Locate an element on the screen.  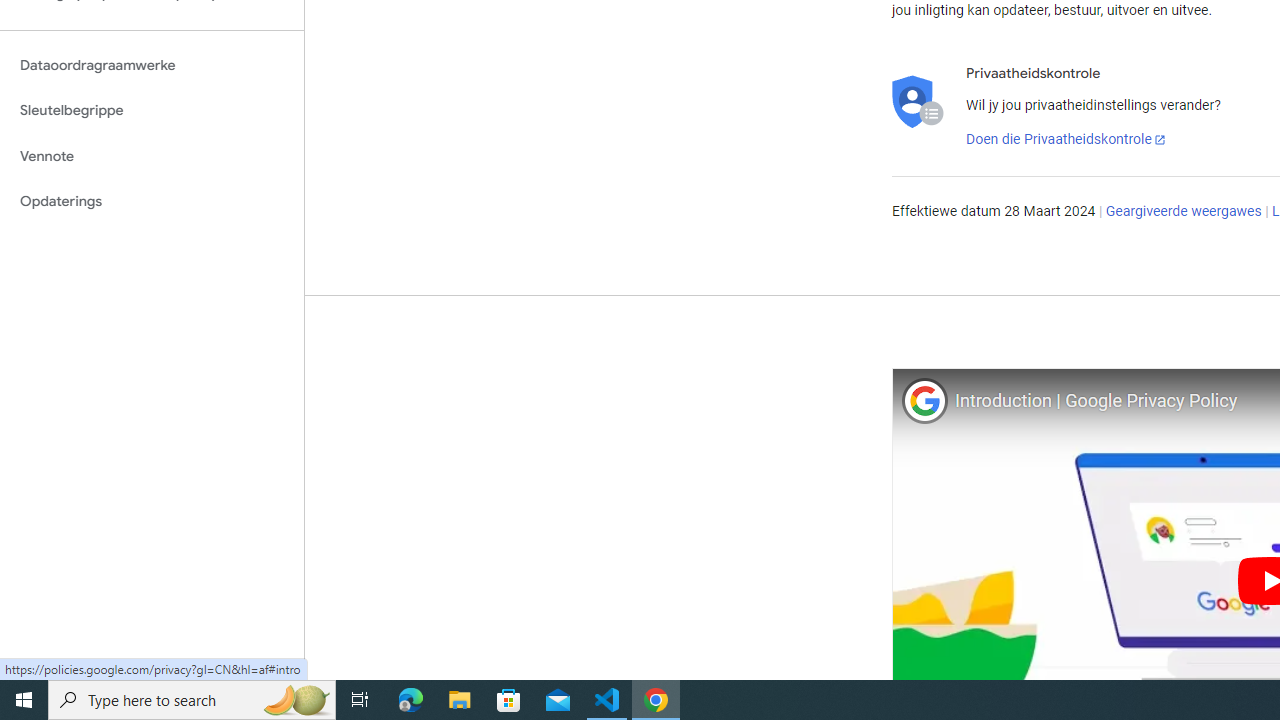
'Opdaterings' is located at coordinates (151, 201).